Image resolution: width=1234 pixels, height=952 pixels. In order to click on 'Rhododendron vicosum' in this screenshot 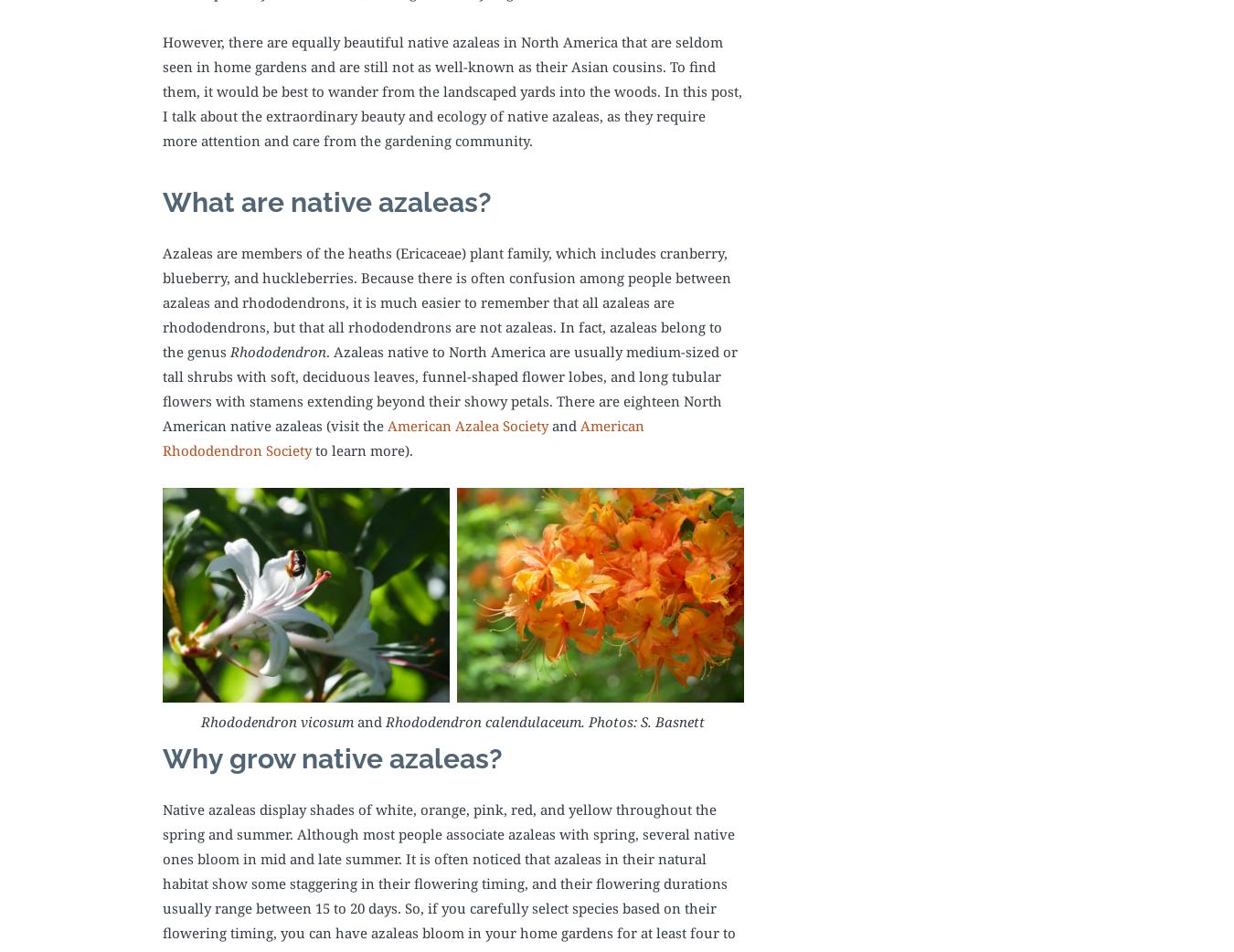, I will do `click(278, 721)`.